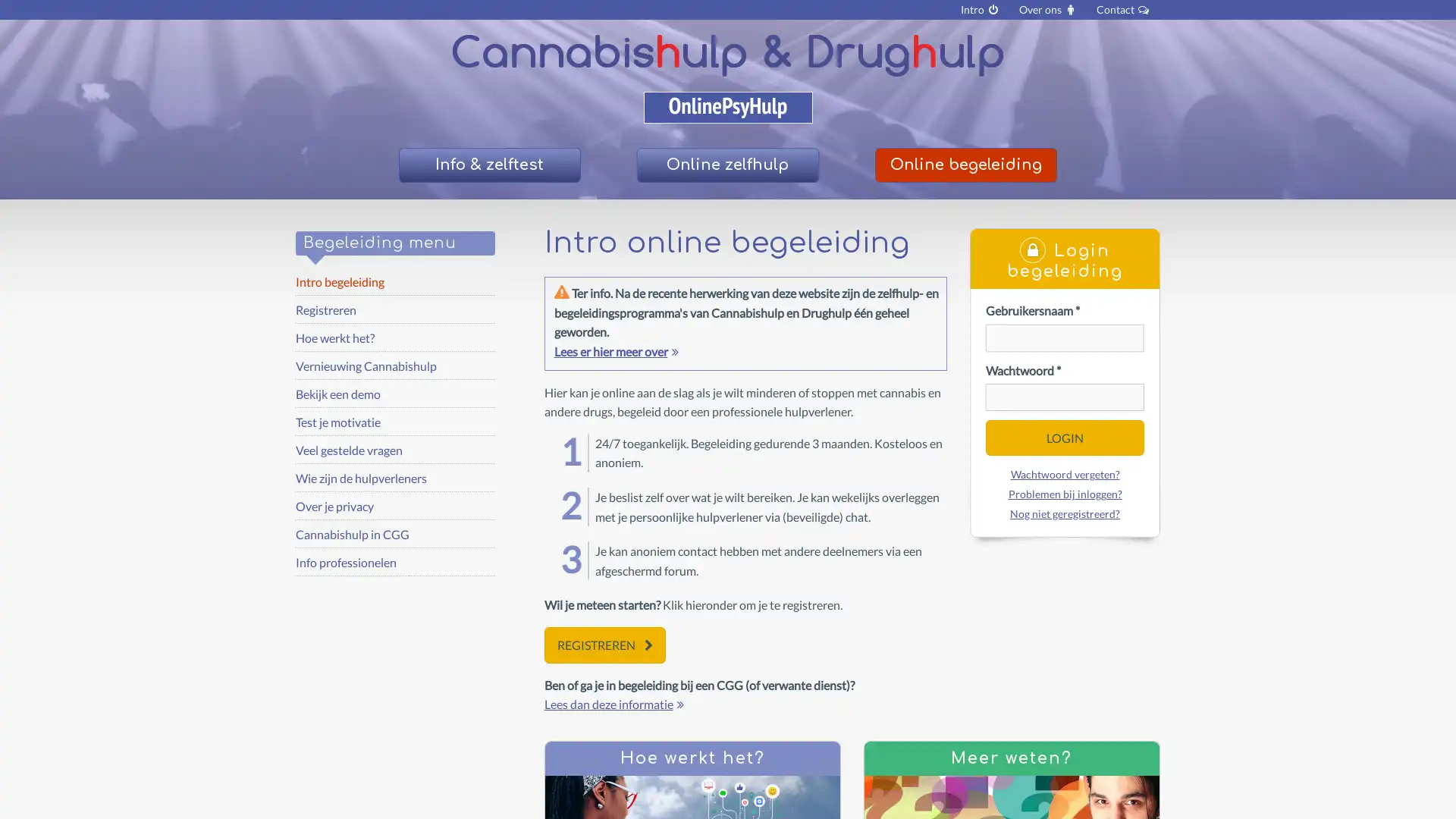 This screenshot has width=1456, height=819. Describe the element at coordinates (488, 166) in the screenshot. I see `Info & zelftest` at that location.